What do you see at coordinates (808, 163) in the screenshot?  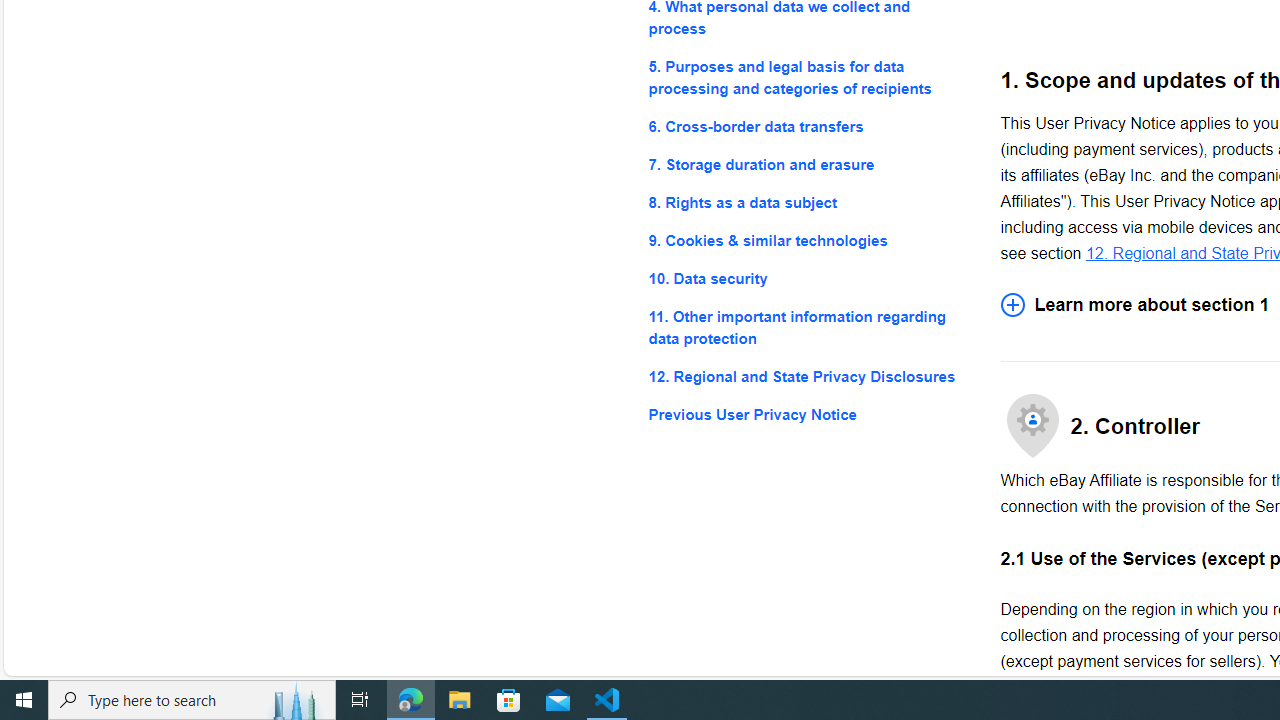 I see `'7. Storage duration and erasure'` at bounding box center [808, 163].